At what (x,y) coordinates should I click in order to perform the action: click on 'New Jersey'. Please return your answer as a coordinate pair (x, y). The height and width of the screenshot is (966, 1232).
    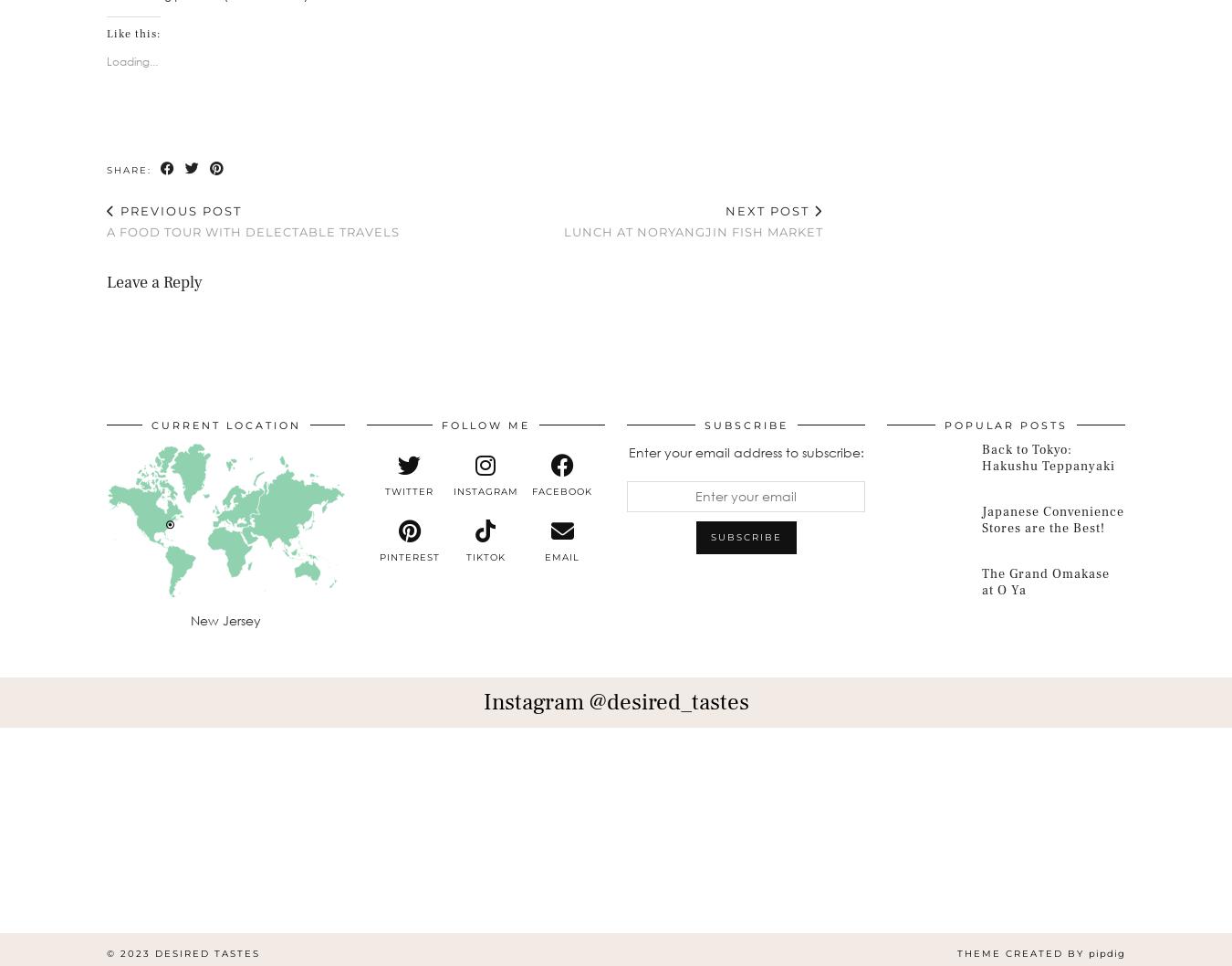
    Looking at the image, I should click on (224, 619).